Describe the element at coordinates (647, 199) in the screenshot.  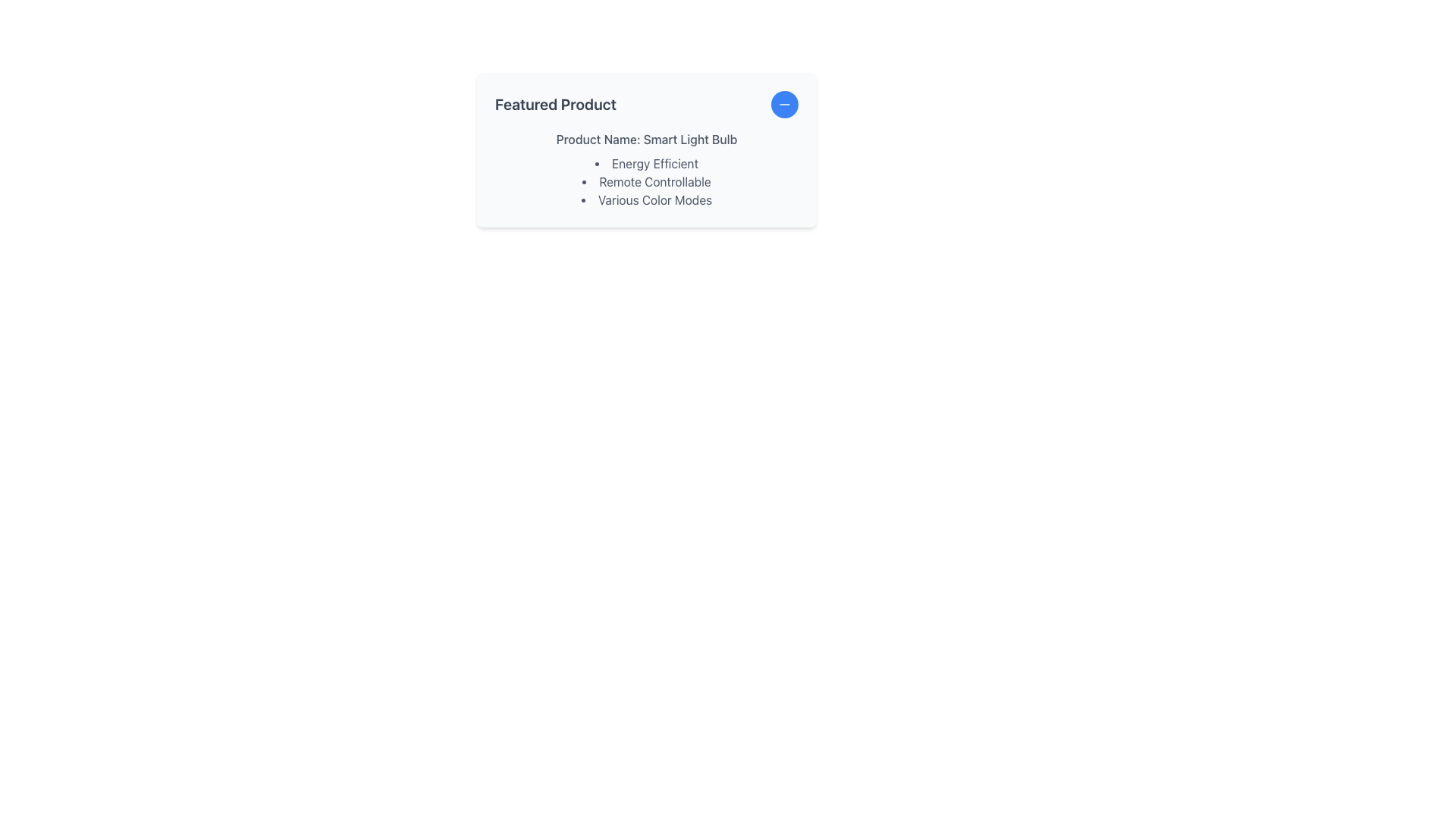
I see `the third text label in the list of features within the card interface` at that location.